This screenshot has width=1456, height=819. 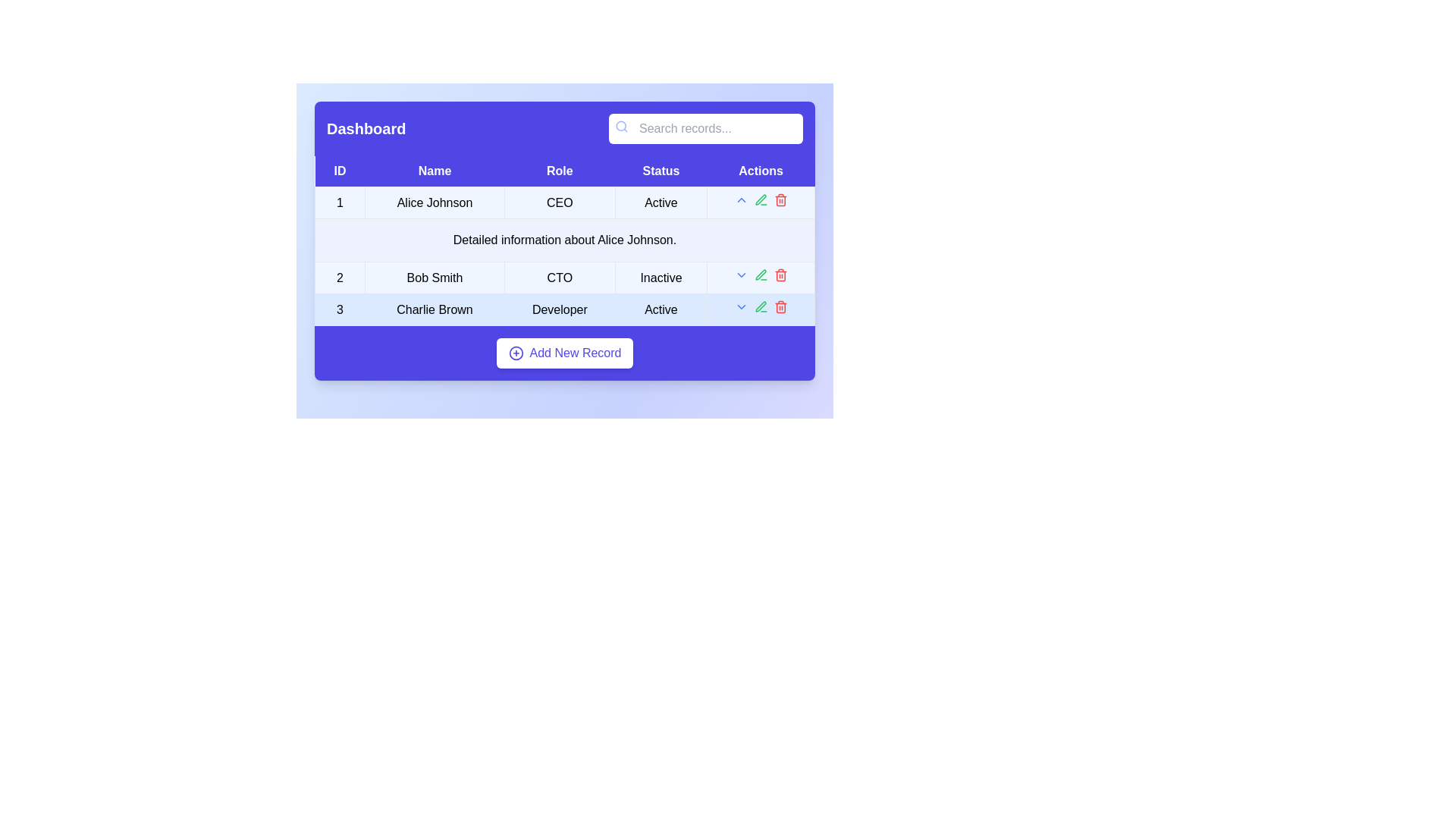 I want to click on the 'Status' header label in the blue background header row, which is the fourth item in the row, following 'Role' and preceding 'Actions.', so click(x=661, y=171).